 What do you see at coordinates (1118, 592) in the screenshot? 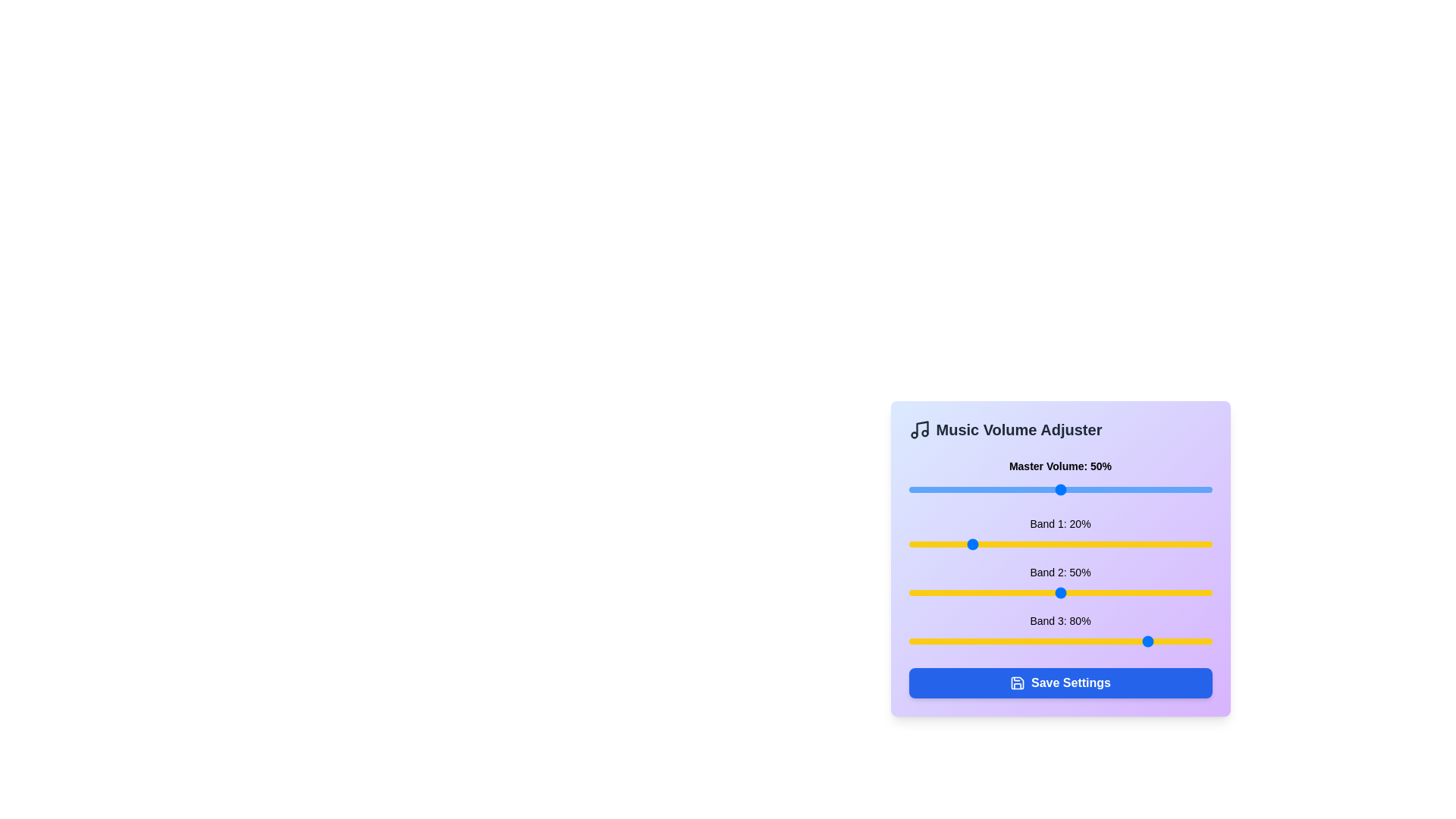
I see `Band 2's volume` at bounding box center [1118, 592].